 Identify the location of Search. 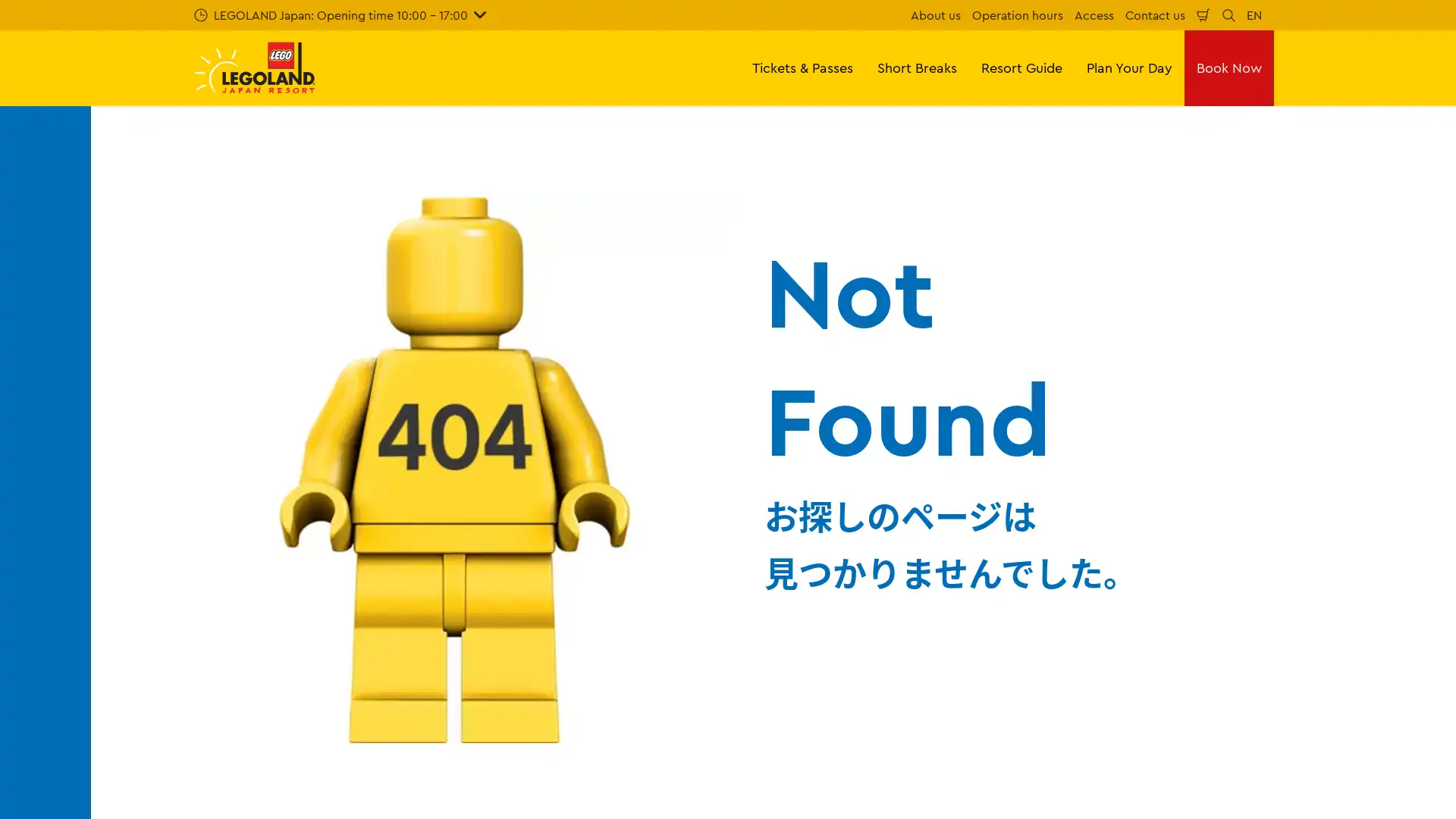
(1228, 14).